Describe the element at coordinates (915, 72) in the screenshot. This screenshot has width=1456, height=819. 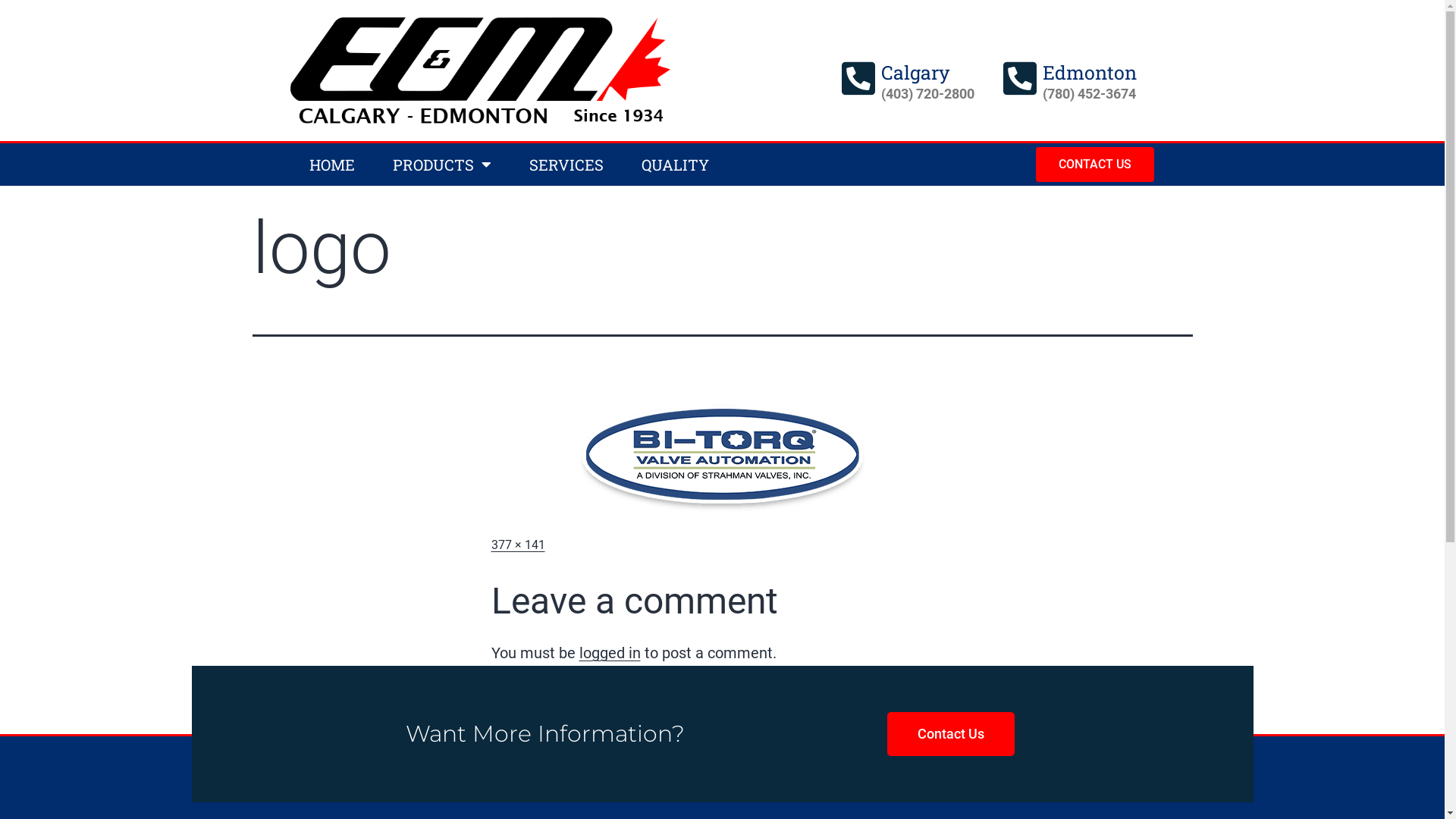
I see `'Calgary'` at that location.